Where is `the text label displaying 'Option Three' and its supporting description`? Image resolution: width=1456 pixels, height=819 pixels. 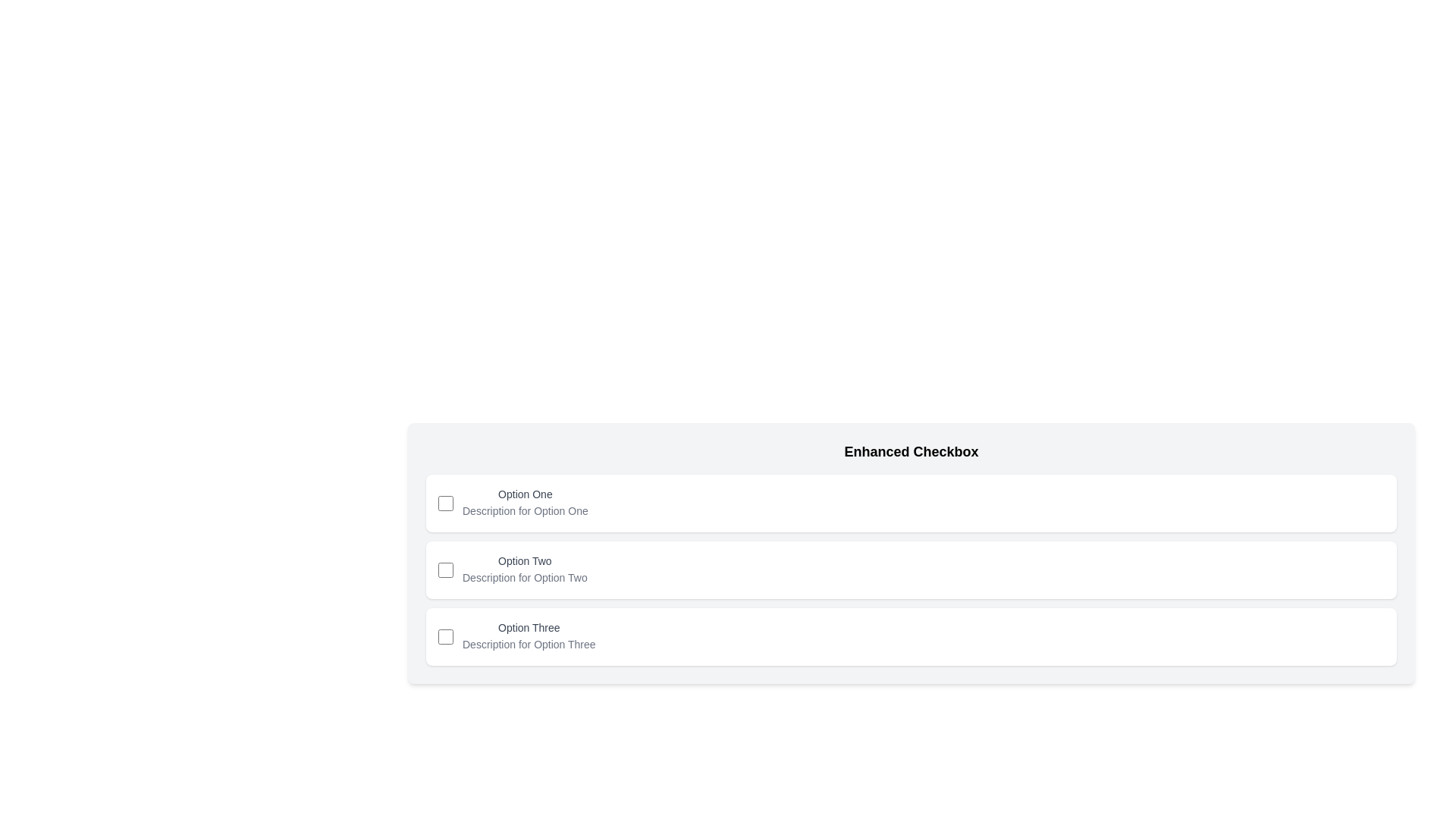
the text label displaying 'Option Three' and its supporting description is located at coordinates (529, 637).